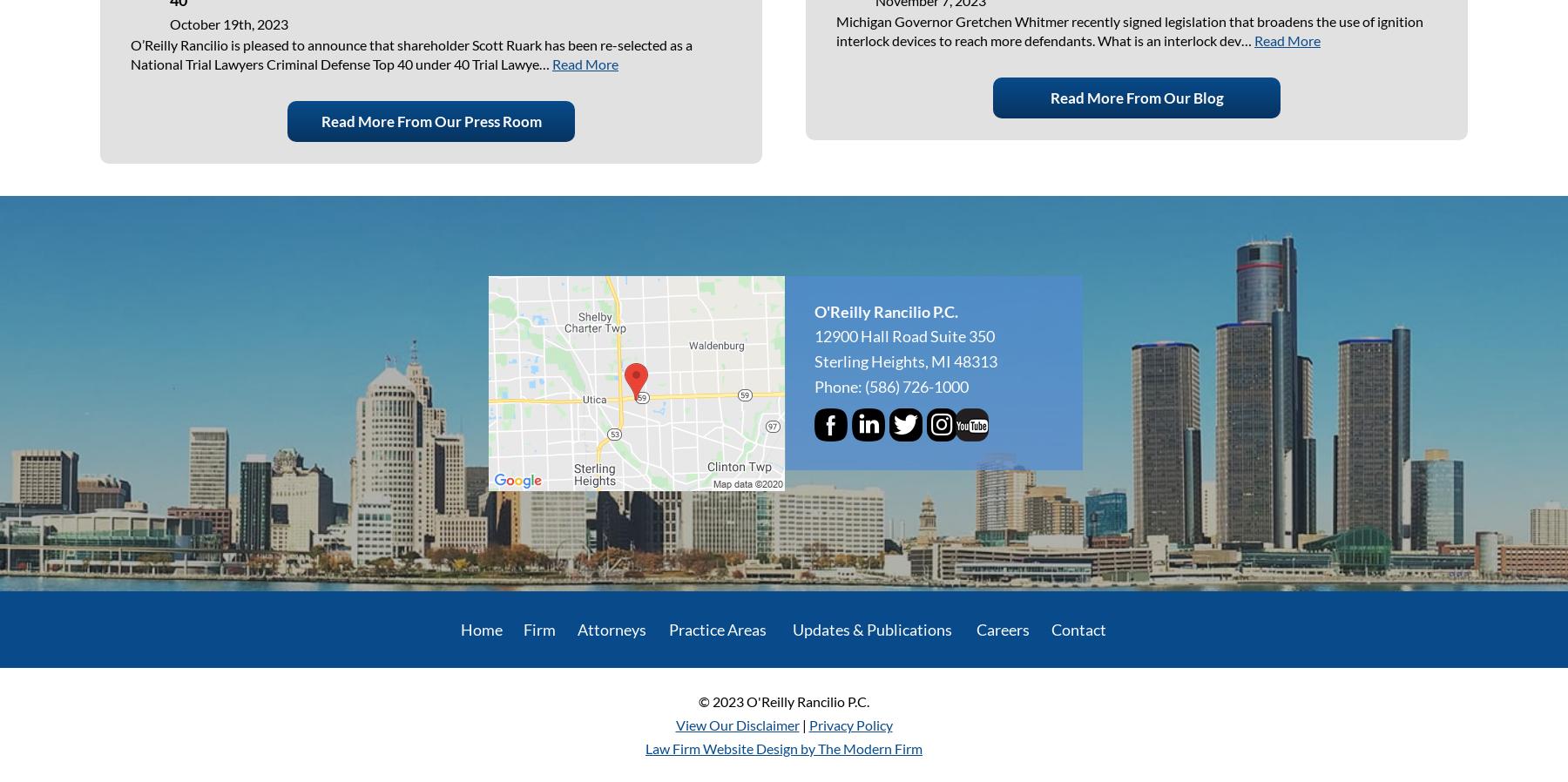 The height and width of the screenshot is (782, 1568). What do you see at coordinates (610, 628) in the screenshot?
I see `'Attorneys'` at bounding box center [610, 628].